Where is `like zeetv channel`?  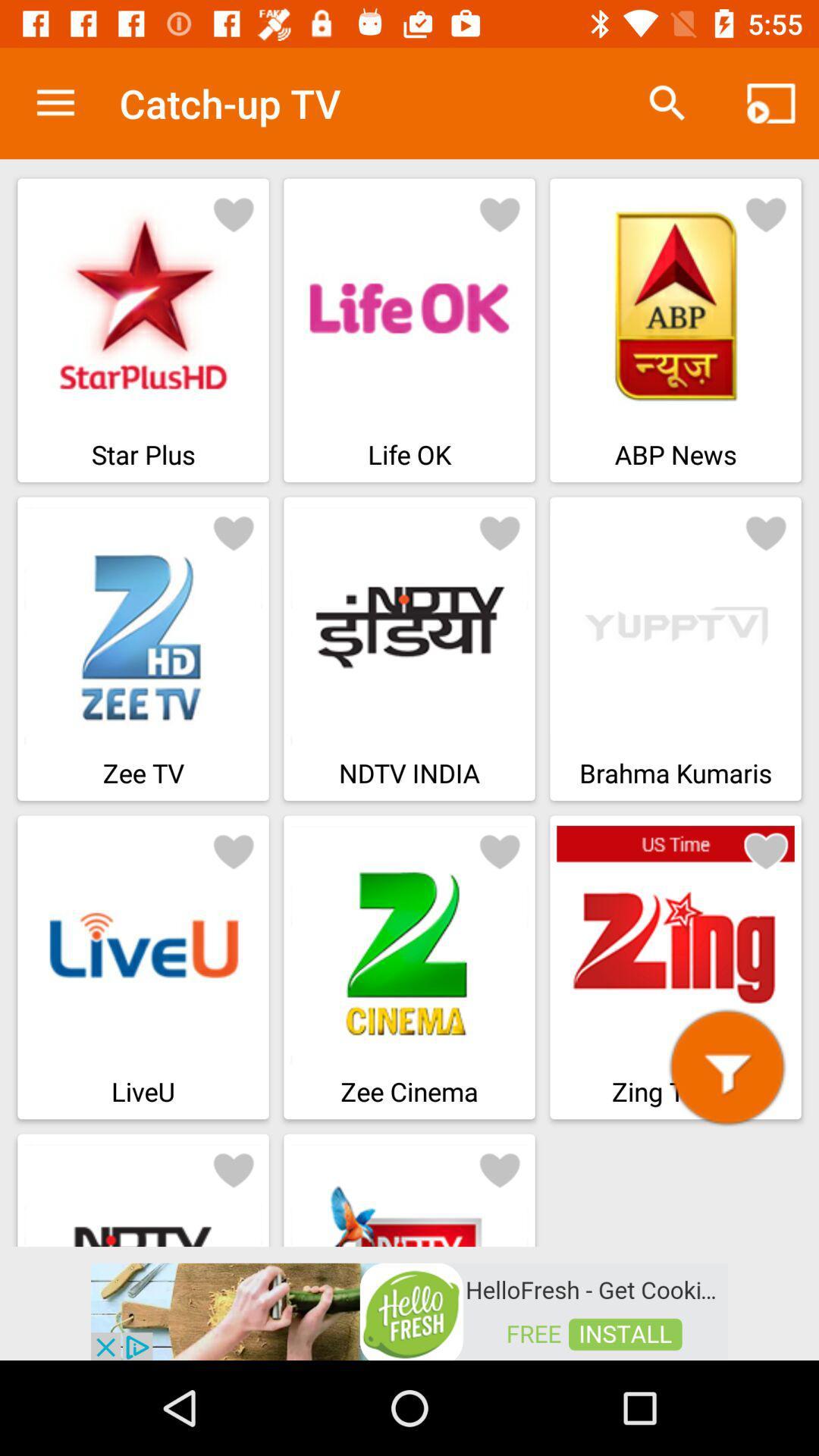
like zeetv channel is located at coordinates (234, 532).